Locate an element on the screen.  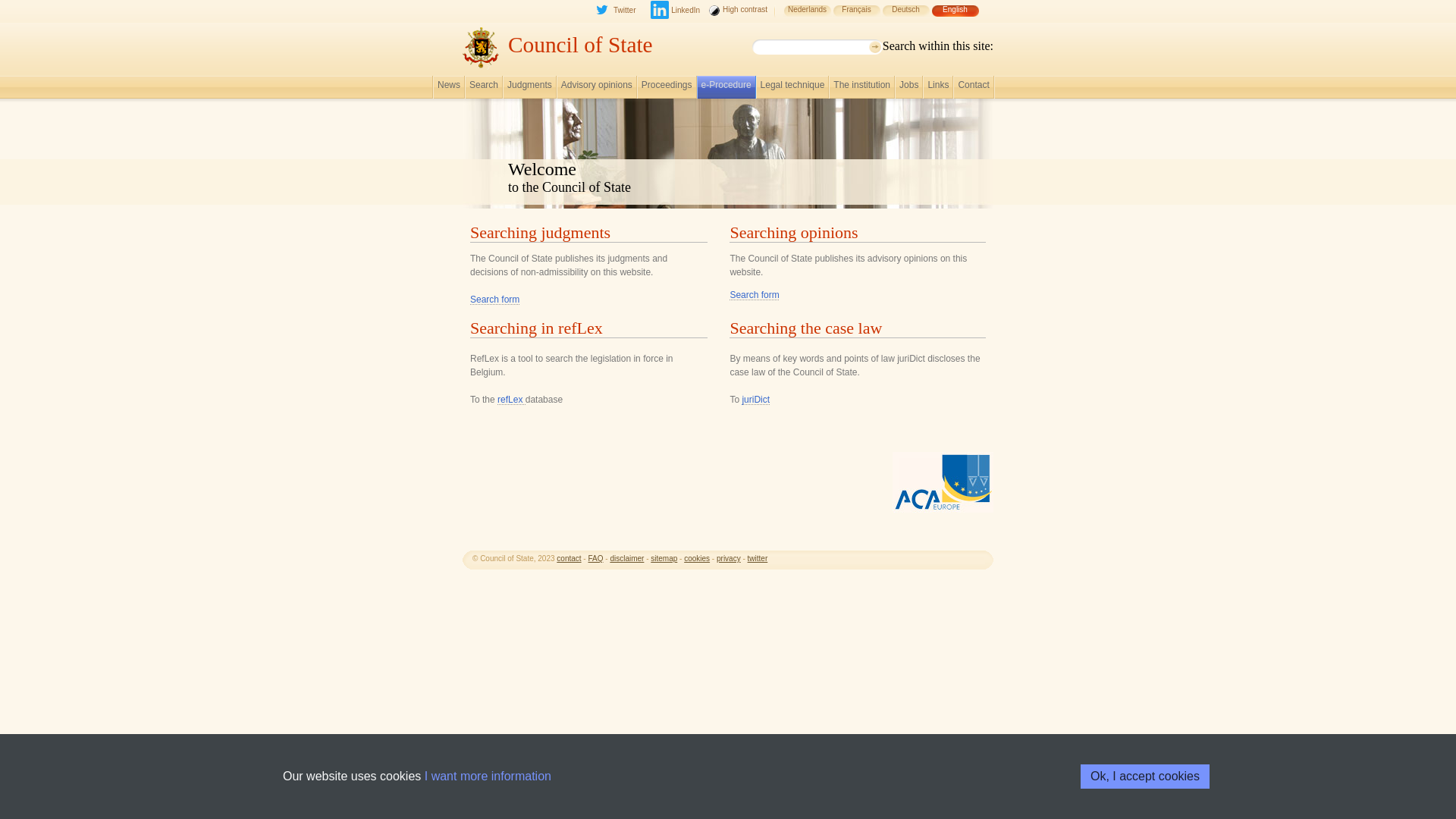
'Jobs' is located at coordinates (908, 89).